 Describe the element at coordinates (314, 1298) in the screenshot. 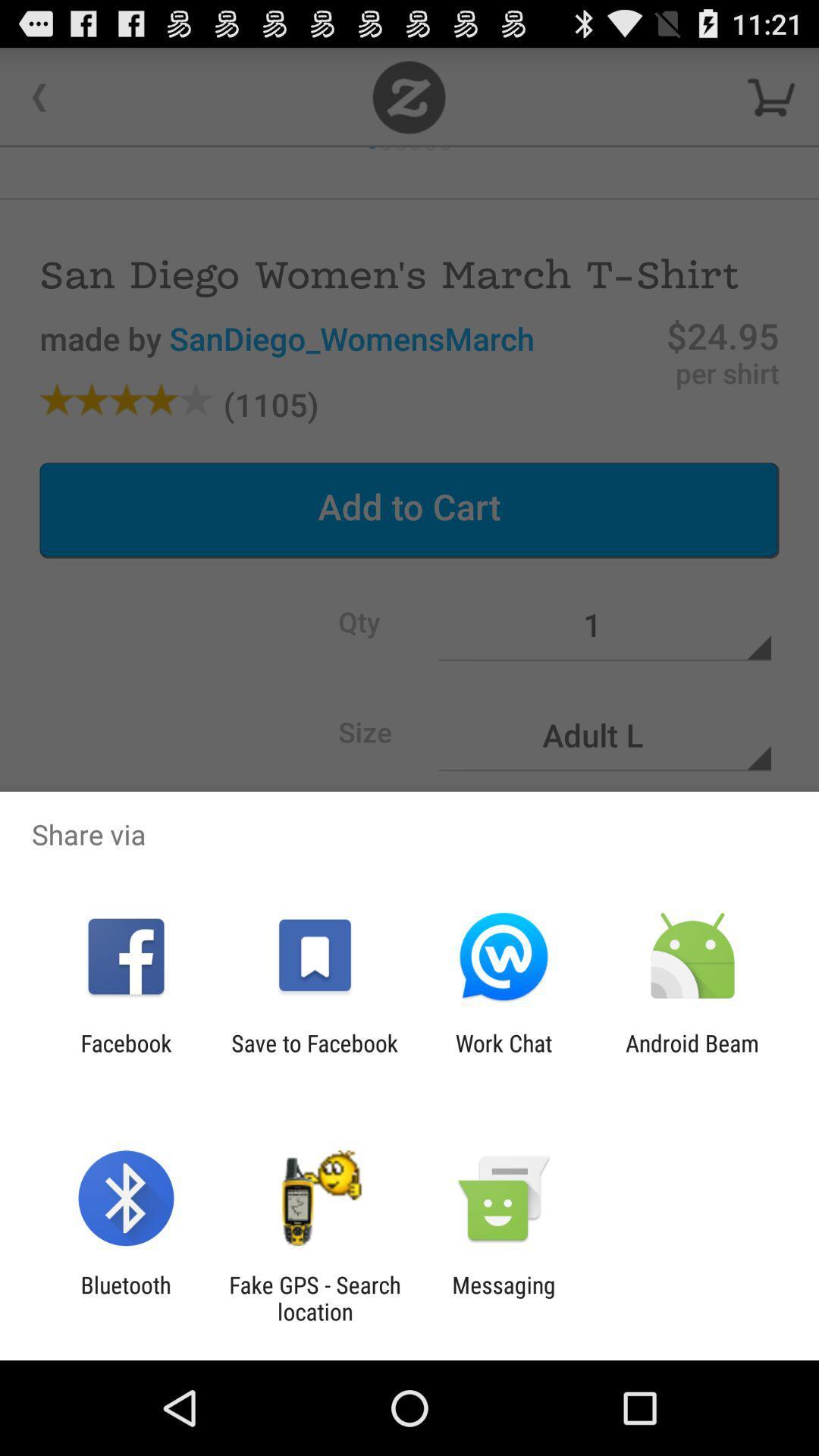

I see `fake gps search item` at that location.